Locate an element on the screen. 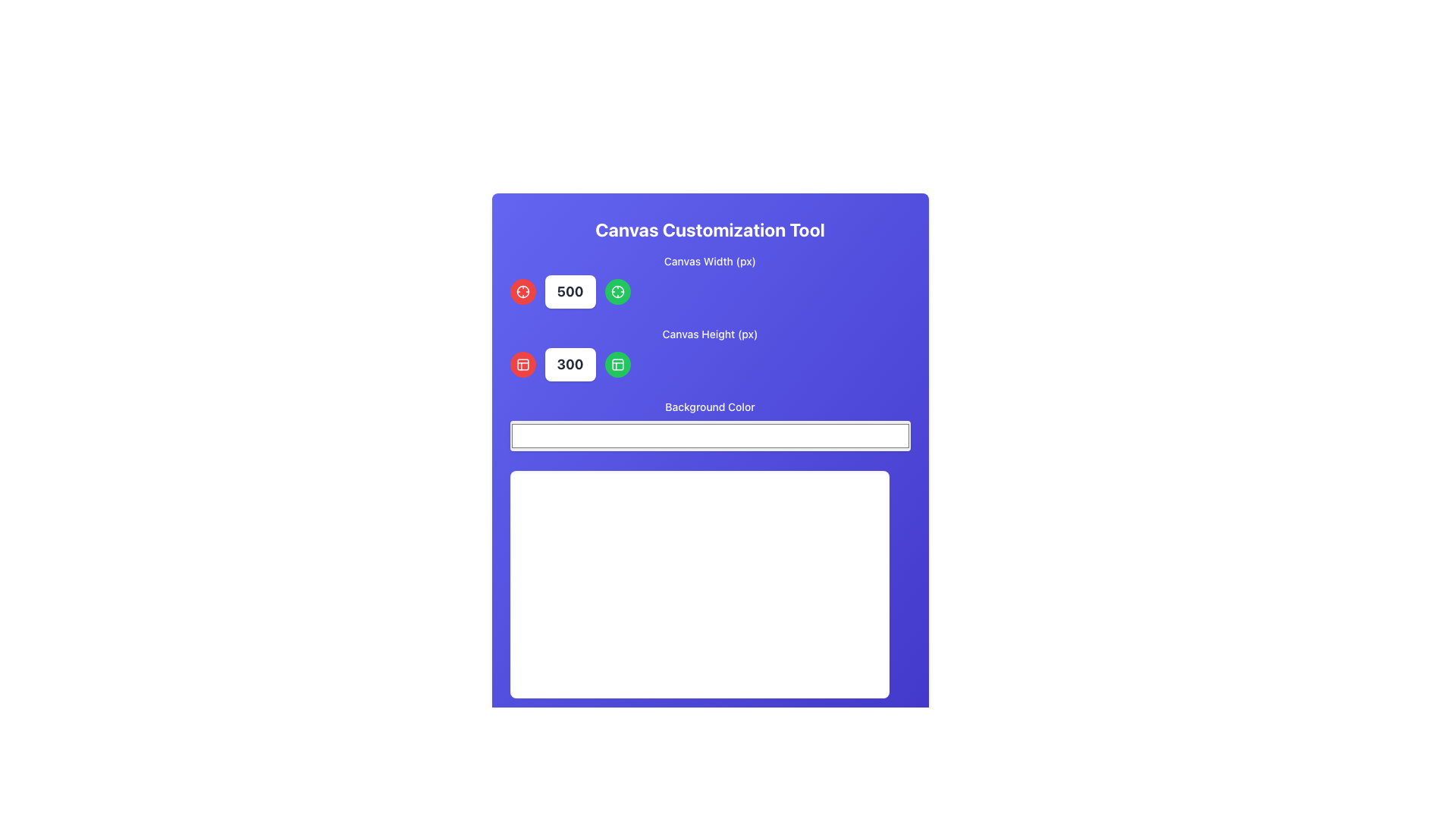 This screenshot has height=819, width=1456. the reset button for the canvas width parameter, which is the first button in the top row of controls, located to the left of the '500' input field under the 'Canvas Width (px)' section is located at coordinates (522, 292).